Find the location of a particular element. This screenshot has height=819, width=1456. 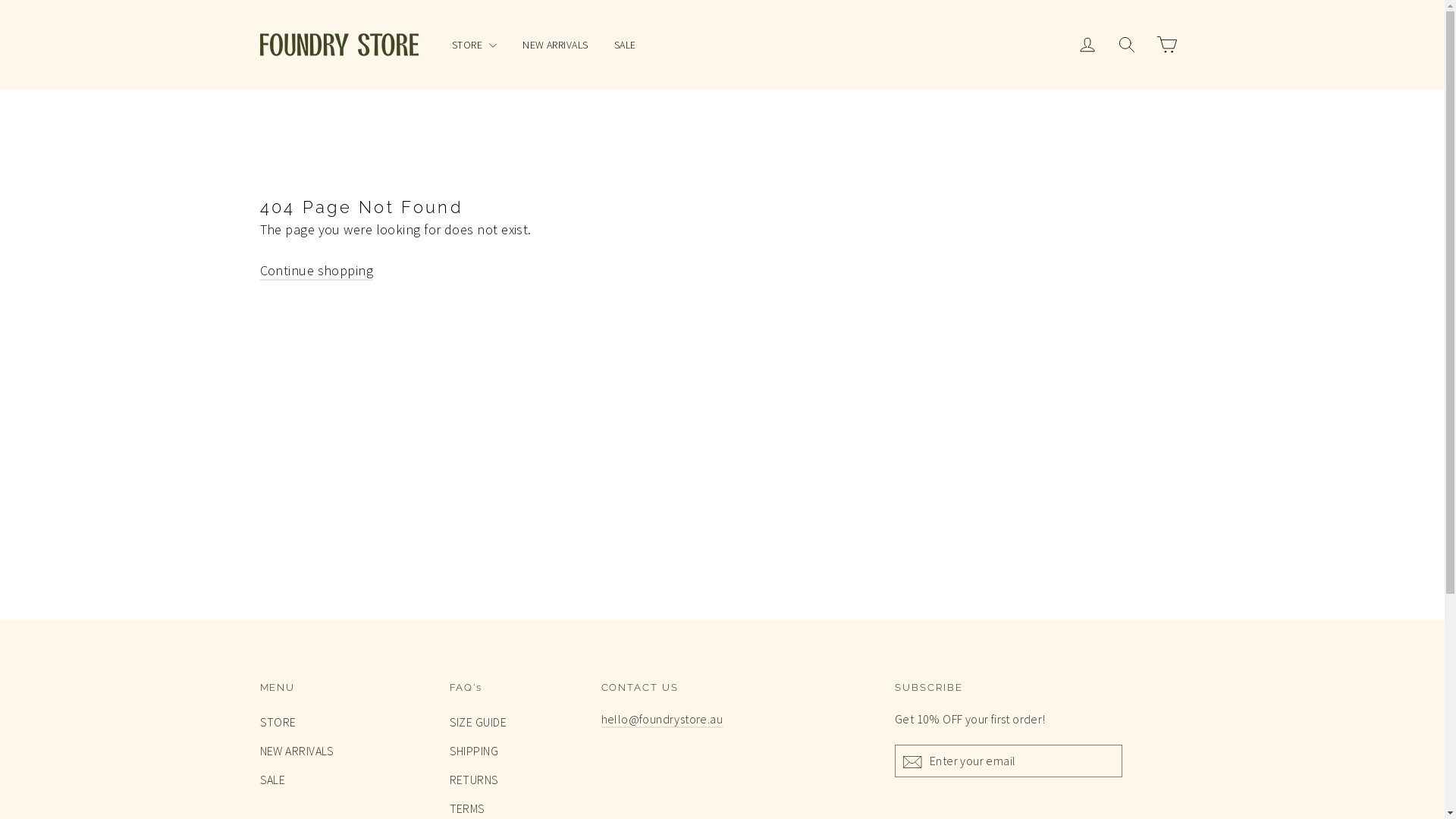

'SALE' is located at coordinates (625, 43).